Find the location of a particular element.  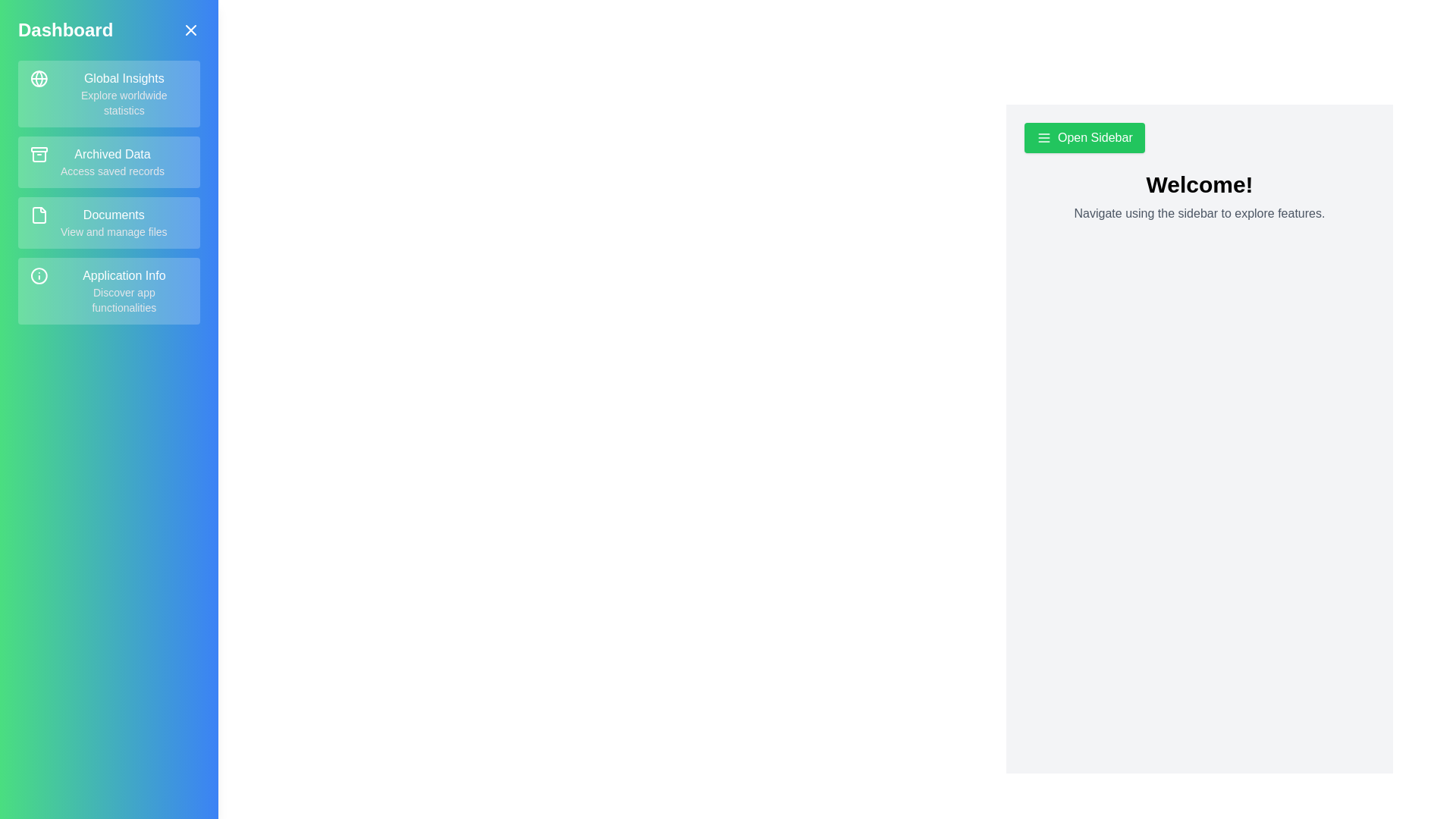

the 'Open Sidebar' button to toggle the sidebar visibility is located at coordinates (1084, 137).